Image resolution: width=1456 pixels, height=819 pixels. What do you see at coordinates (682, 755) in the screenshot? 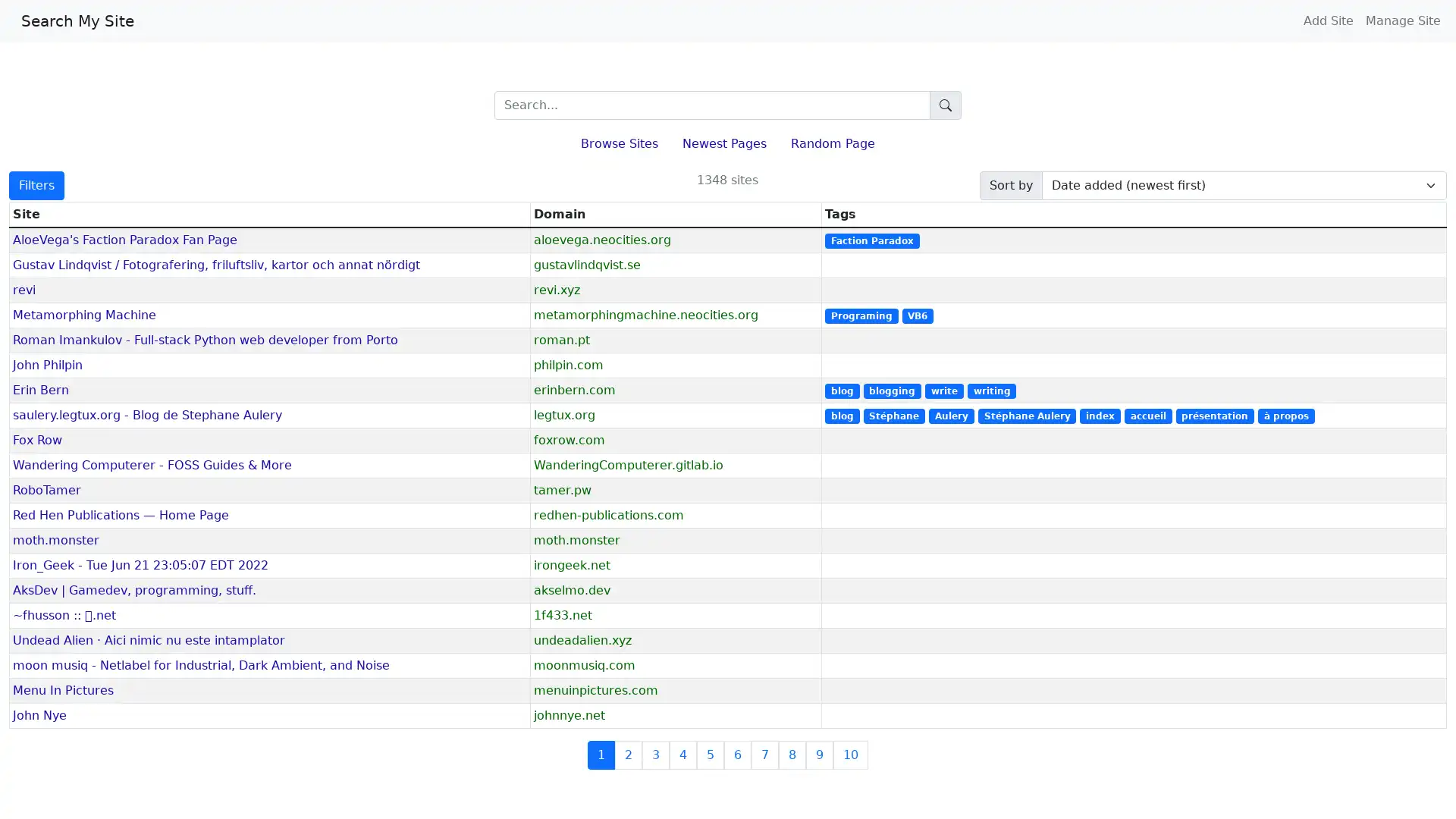
I see `4` at bounding box center [682, 755].